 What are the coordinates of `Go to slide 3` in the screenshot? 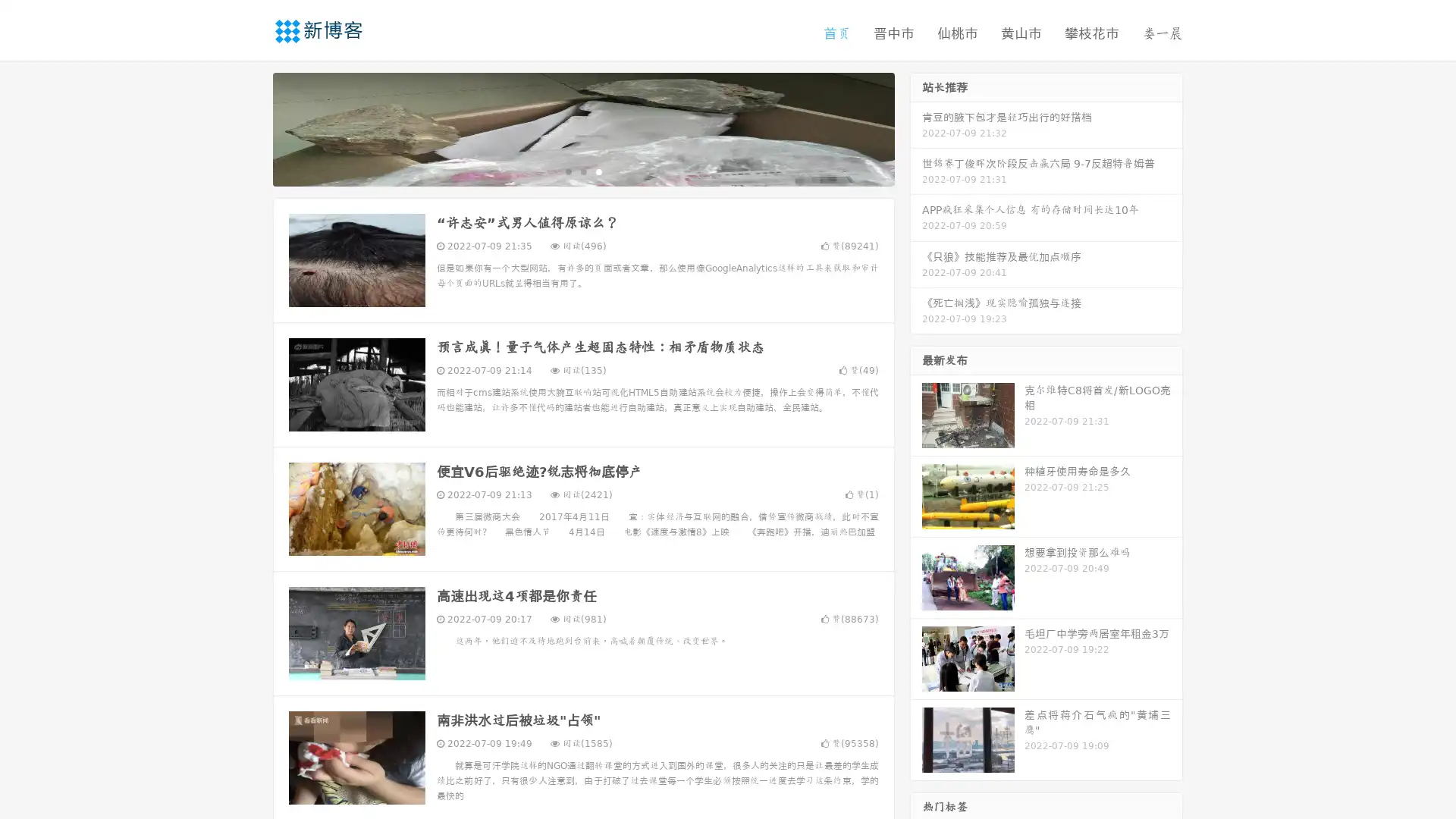 It's located at (598, 171).